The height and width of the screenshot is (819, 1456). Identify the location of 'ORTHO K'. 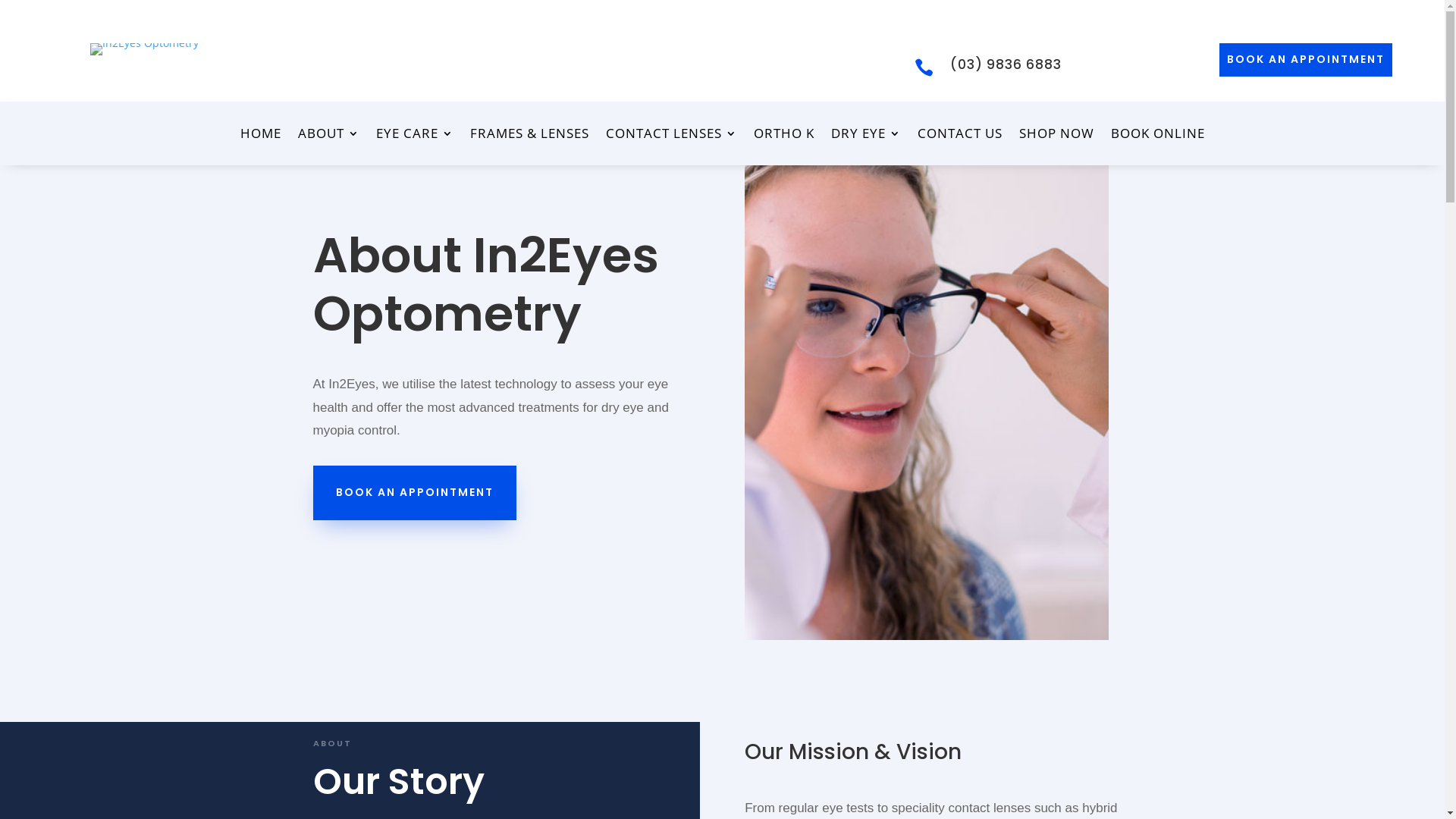
(783, 136).